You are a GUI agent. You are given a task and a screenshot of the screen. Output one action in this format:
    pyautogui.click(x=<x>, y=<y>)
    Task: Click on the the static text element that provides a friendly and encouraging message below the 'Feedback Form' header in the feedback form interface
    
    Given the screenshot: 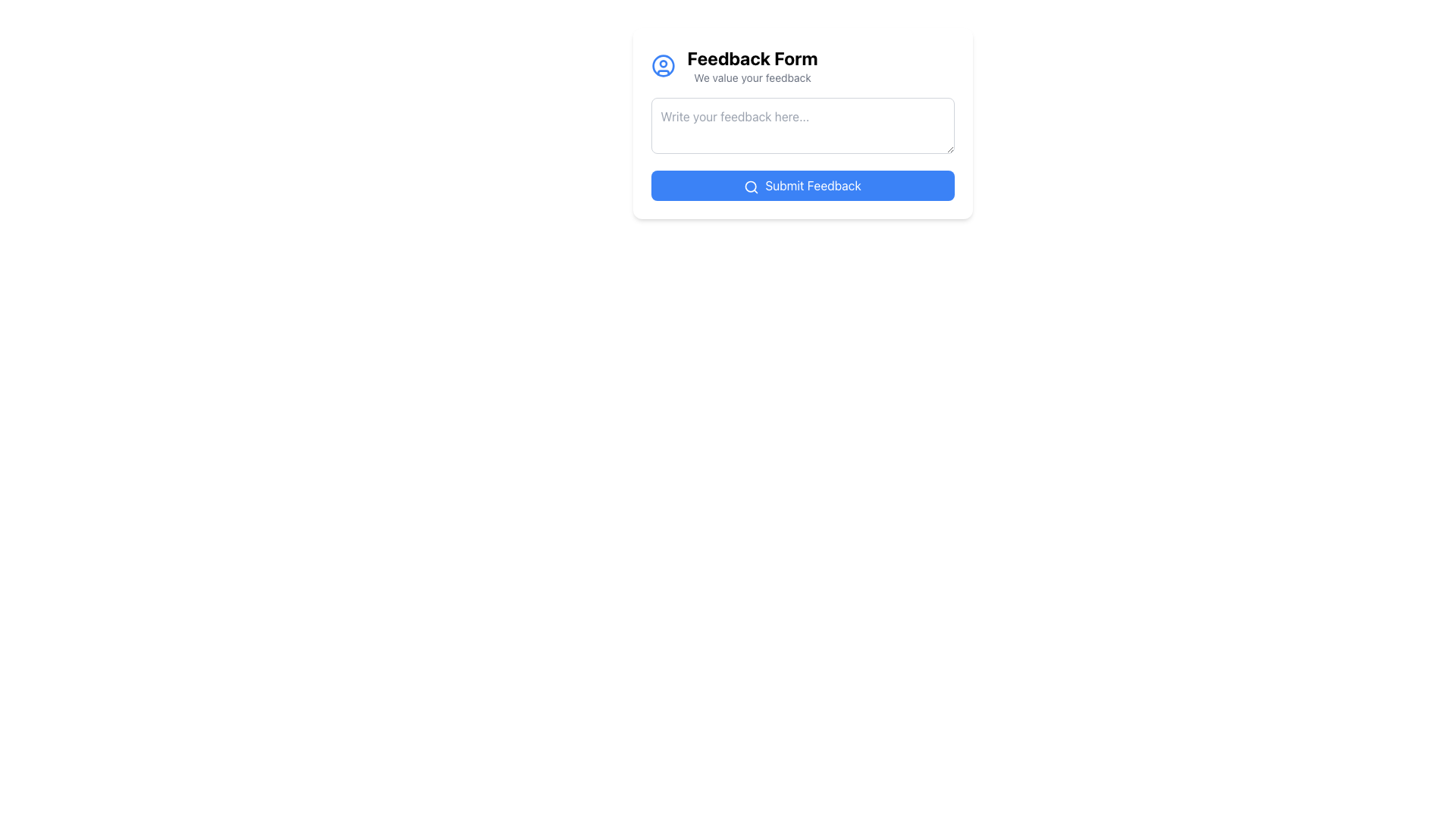 What is the action you would take?
    pyautogui.click(x=752, y=78)
    